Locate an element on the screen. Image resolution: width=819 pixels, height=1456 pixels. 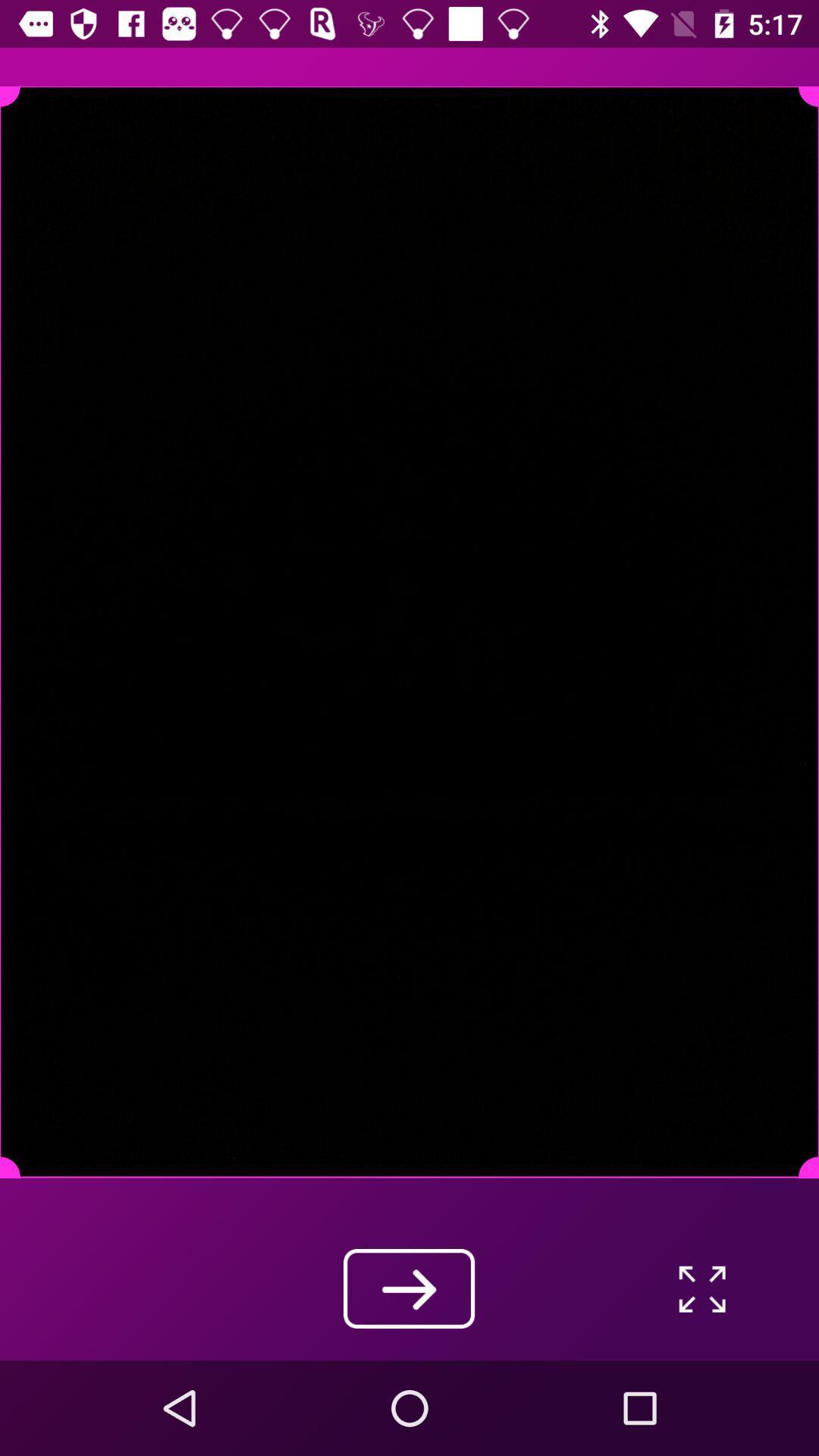
the fullscreen icon is located at coordinates (702, 1288).